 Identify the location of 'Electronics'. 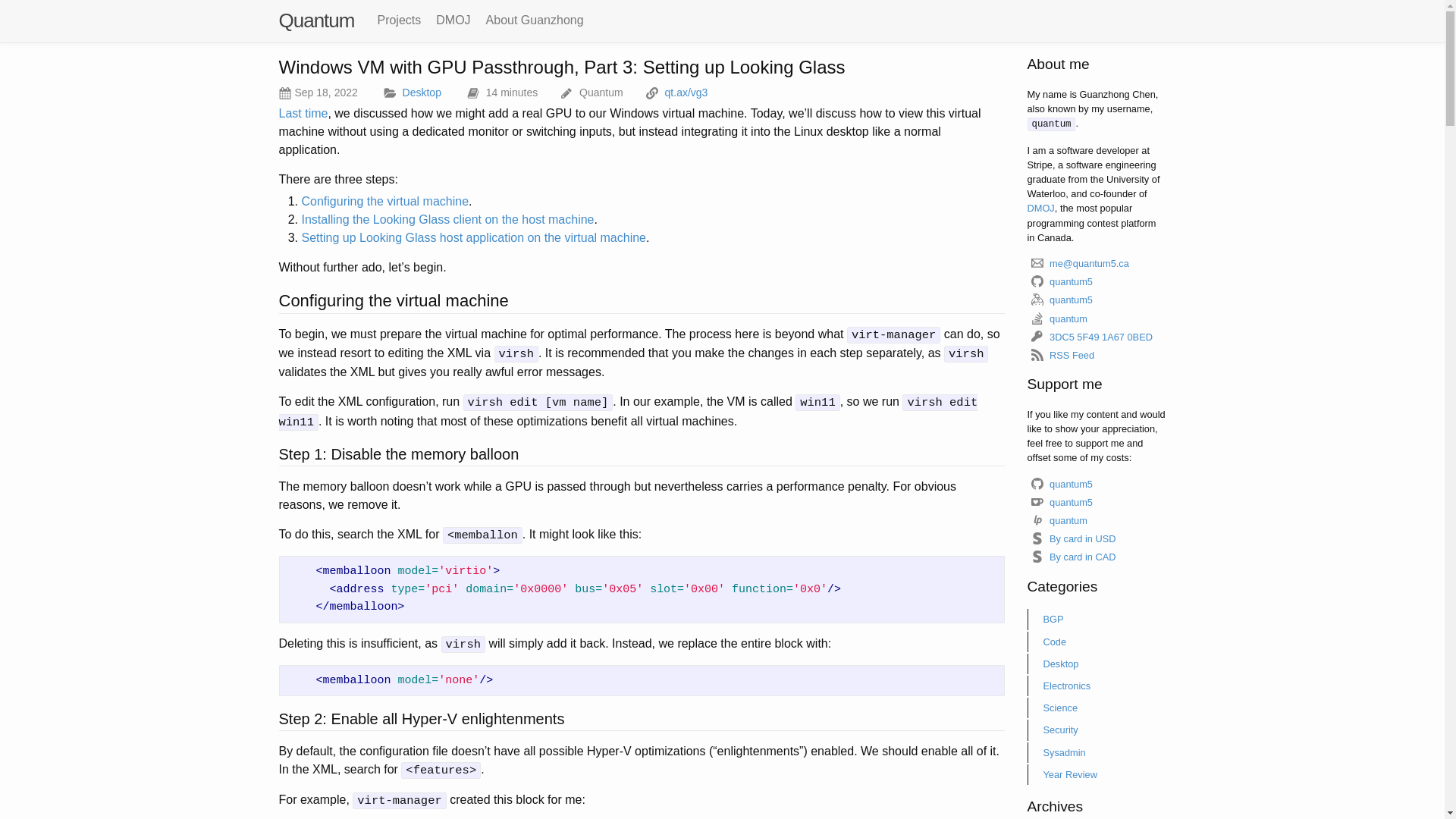
(1096, 686).